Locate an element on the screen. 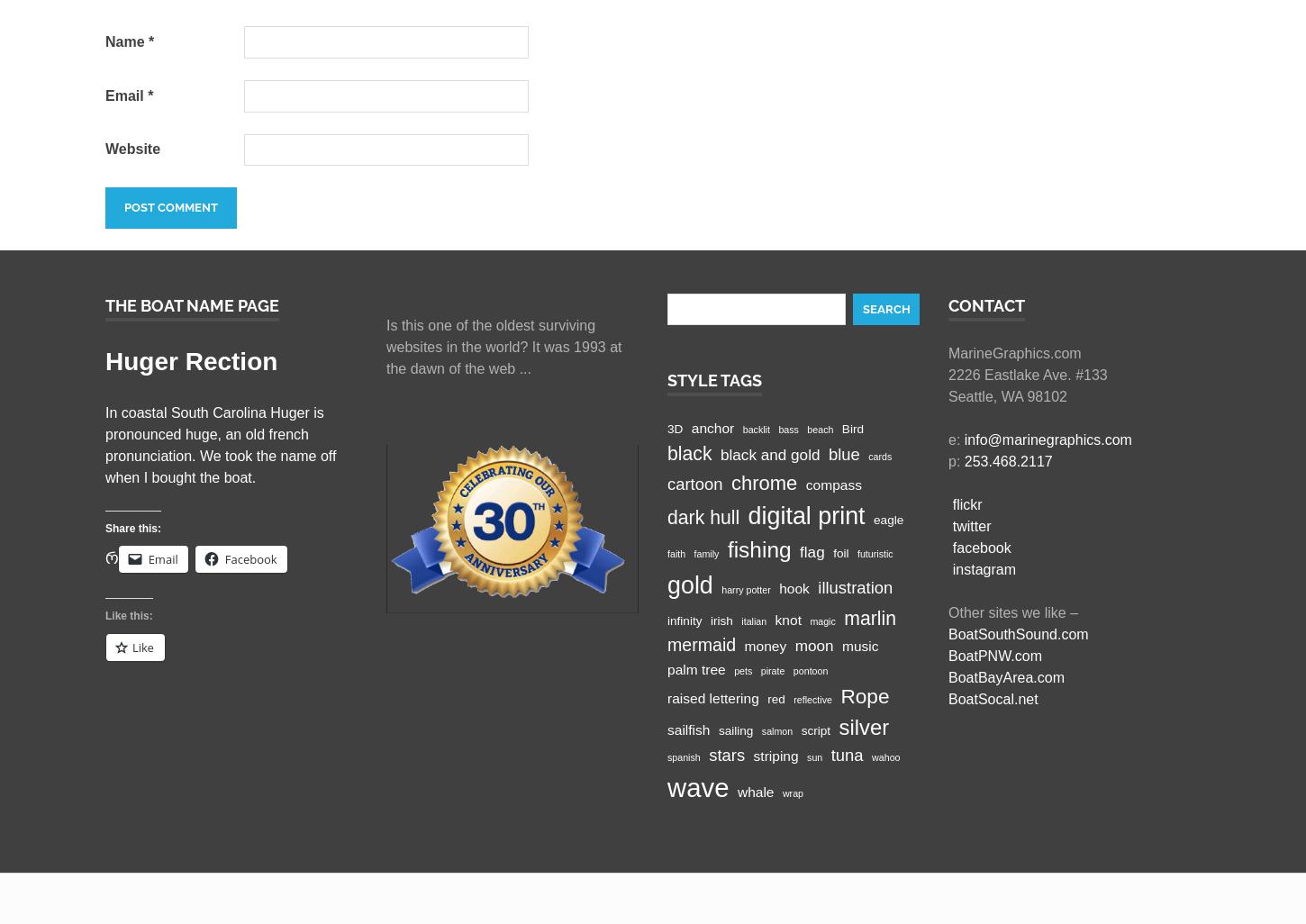  'money' is located at coordinates (764, 645).